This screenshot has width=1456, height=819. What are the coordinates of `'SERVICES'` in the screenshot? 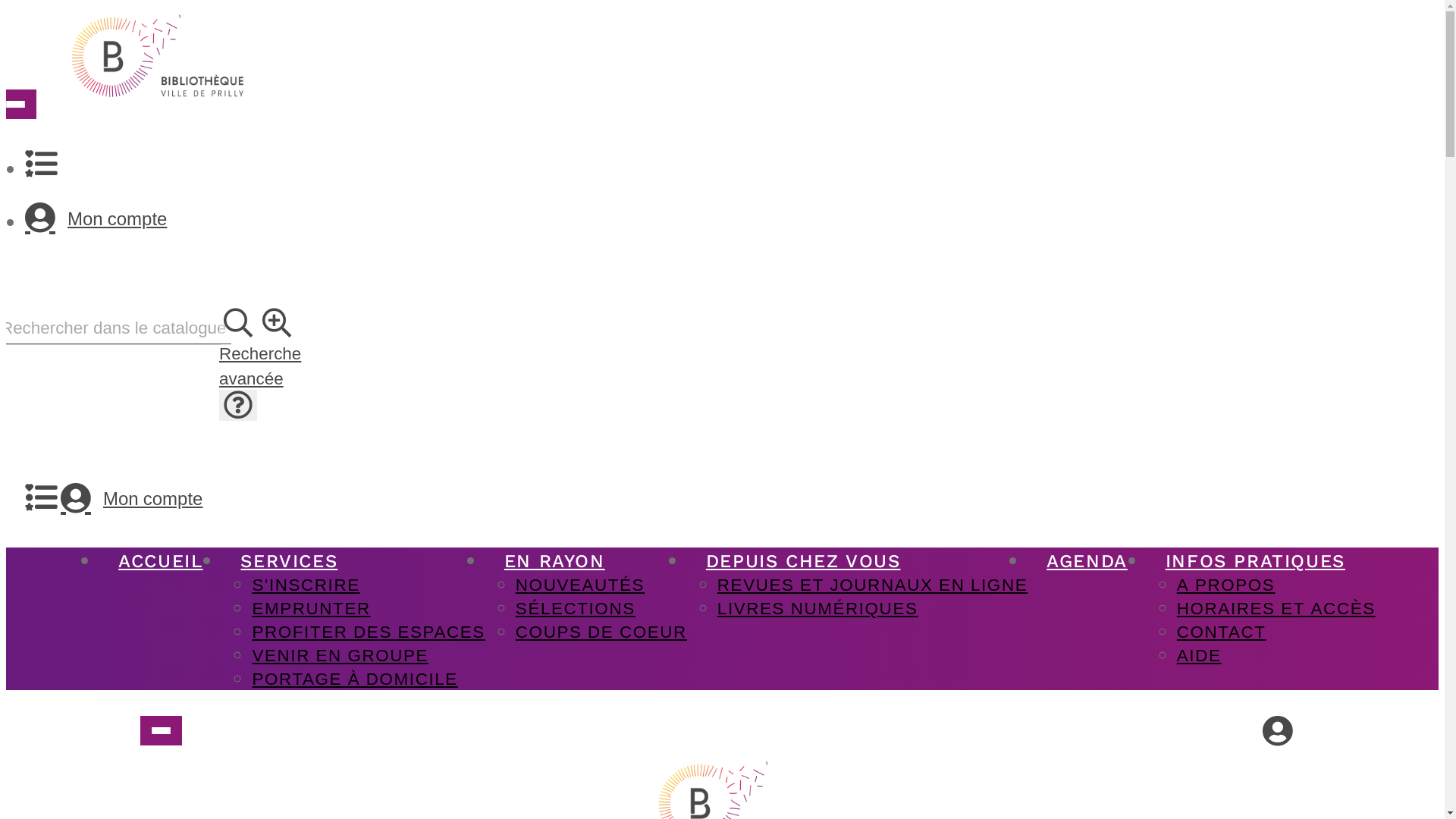 It's located at (288, 561).